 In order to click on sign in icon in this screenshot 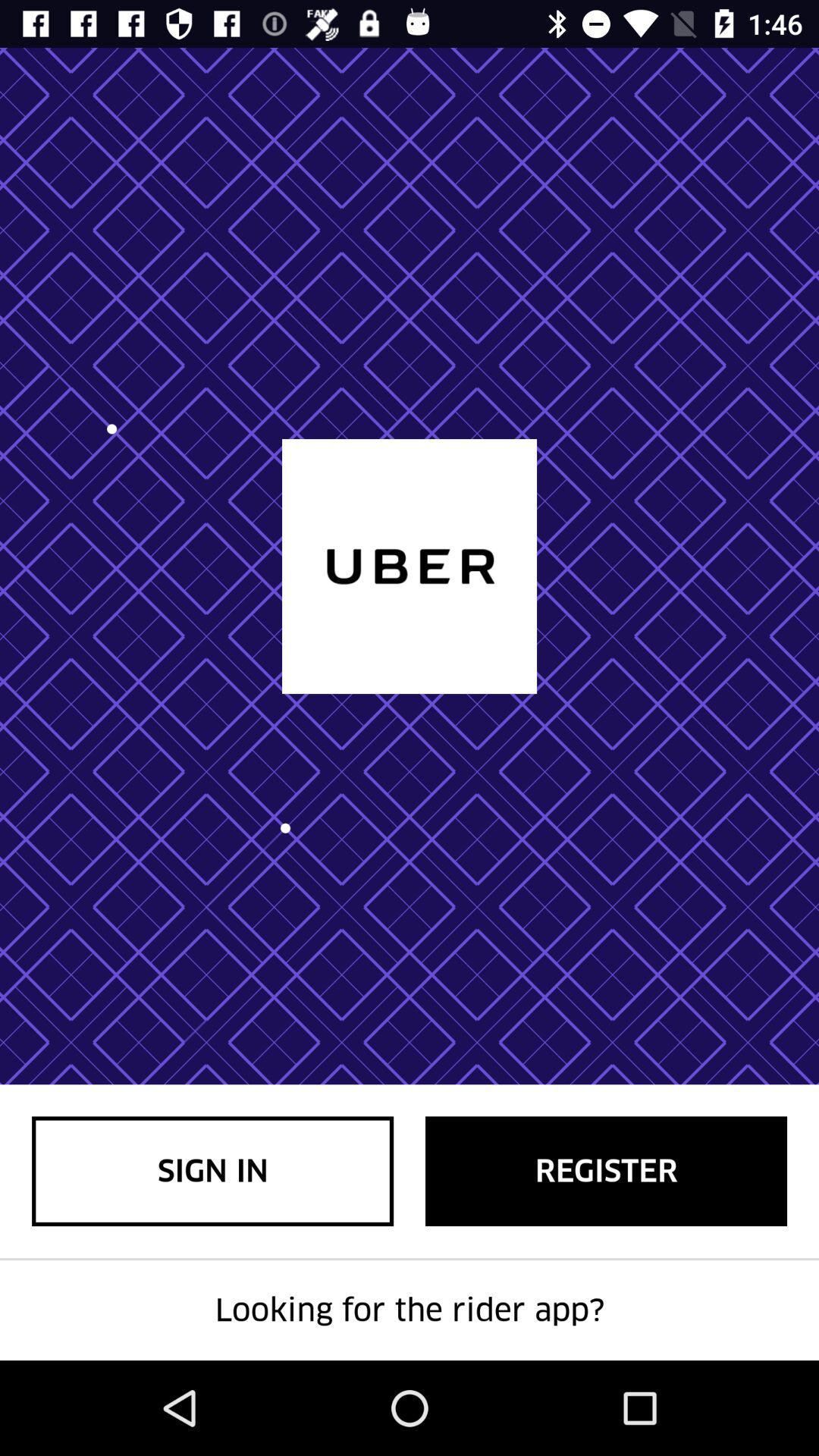, I will do `click(212, 1170)`.